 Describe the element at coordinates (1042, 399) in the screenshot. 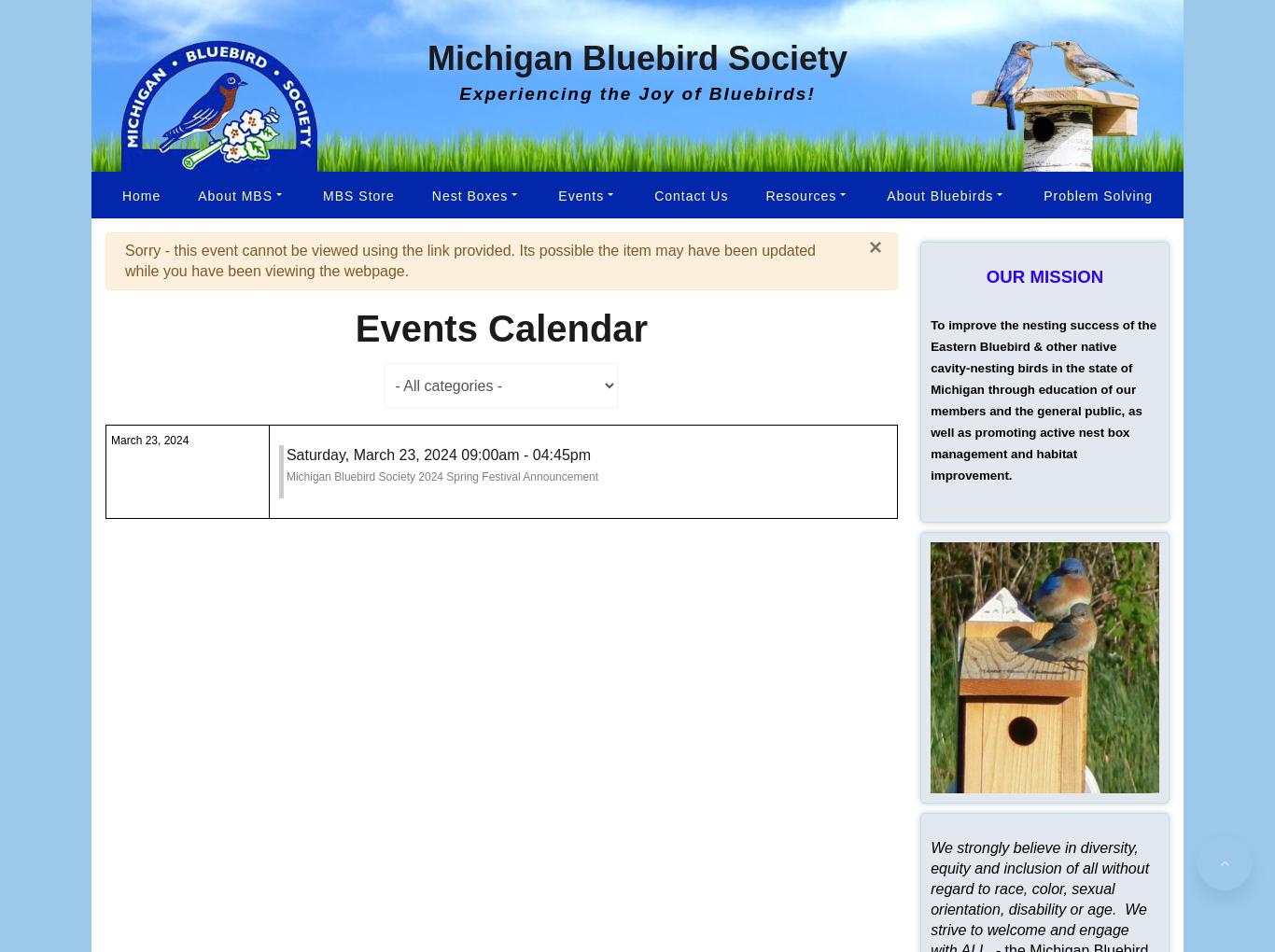

I see `'To improve the nesting success of the Eastern Bluebird & other native cavity-nesting birds in the state of Michigan through education of our members and the general public, as well as promoting active nest box management and habitat improvement.'` at that location.